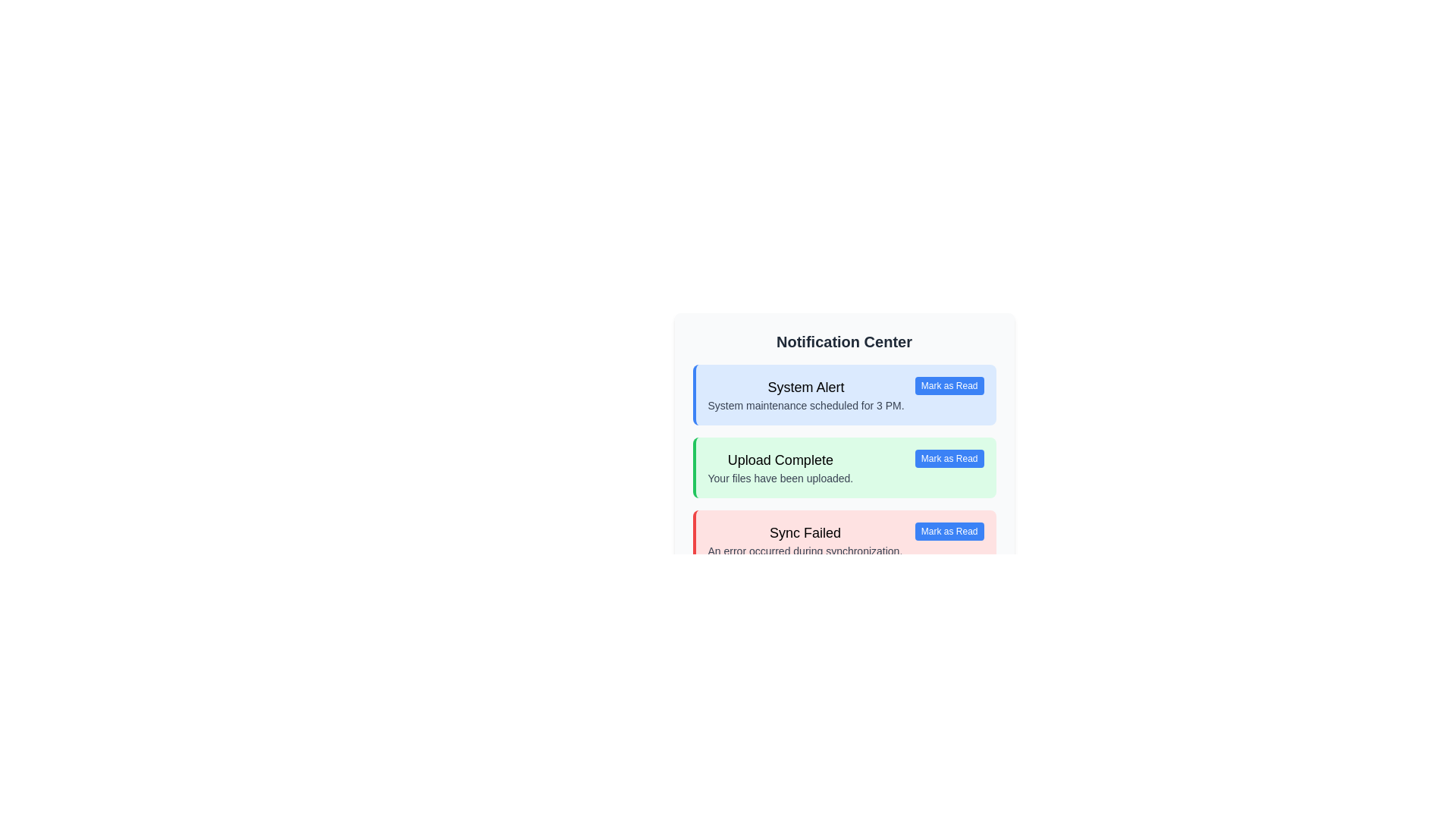 The width and height of the screenshot is (1456, 819). What do you see at coordinates (805, 386) in the screenshot?
I see `the title of the first notification in the 'Notification Center' to read its content` at bounding box center [805, 386].